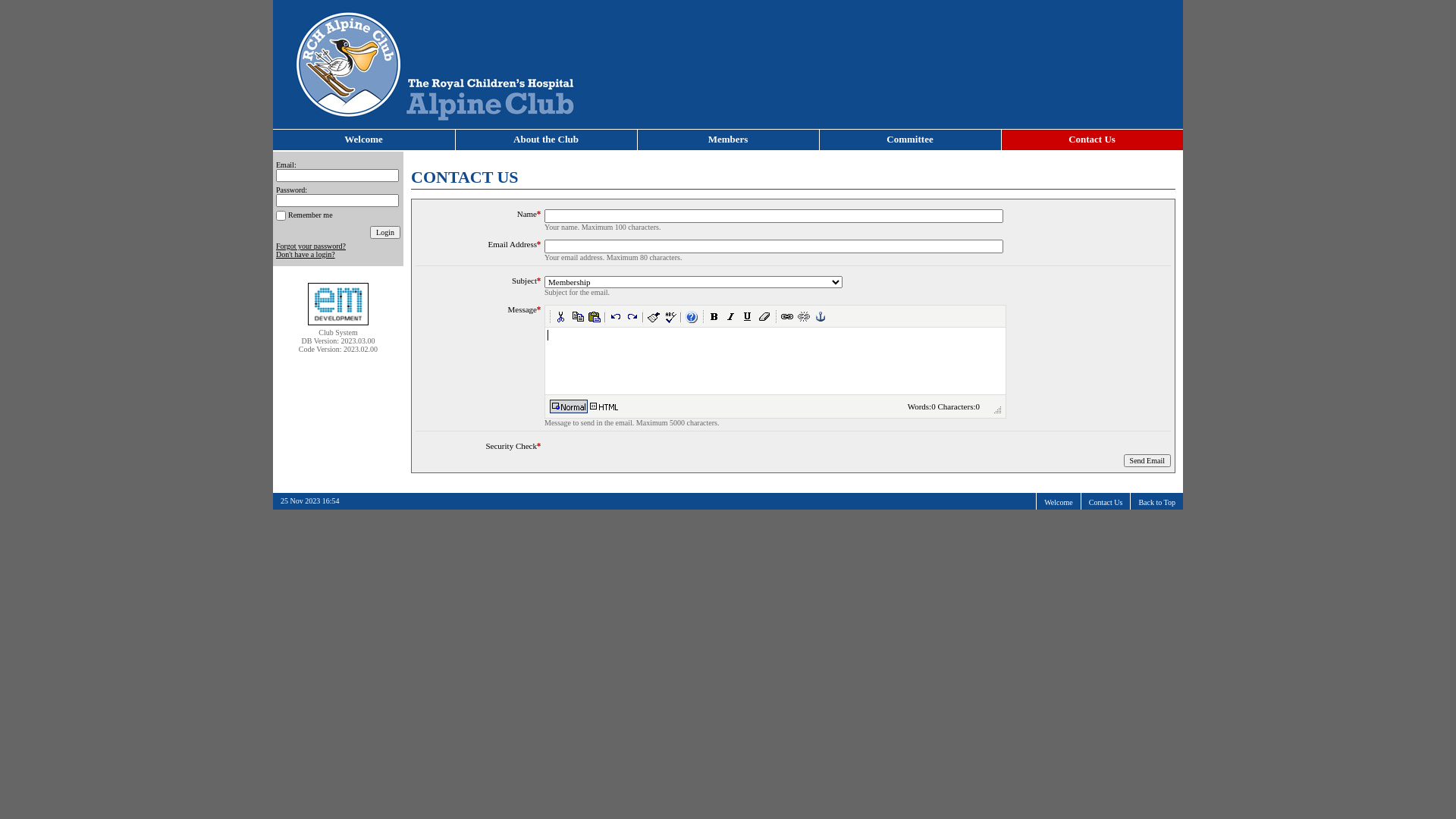 The image size is (1456, 819). What do you see at coordinates (560, 315) in the screenshot?
I see `'Cut'` at bounding box center [560, 315].